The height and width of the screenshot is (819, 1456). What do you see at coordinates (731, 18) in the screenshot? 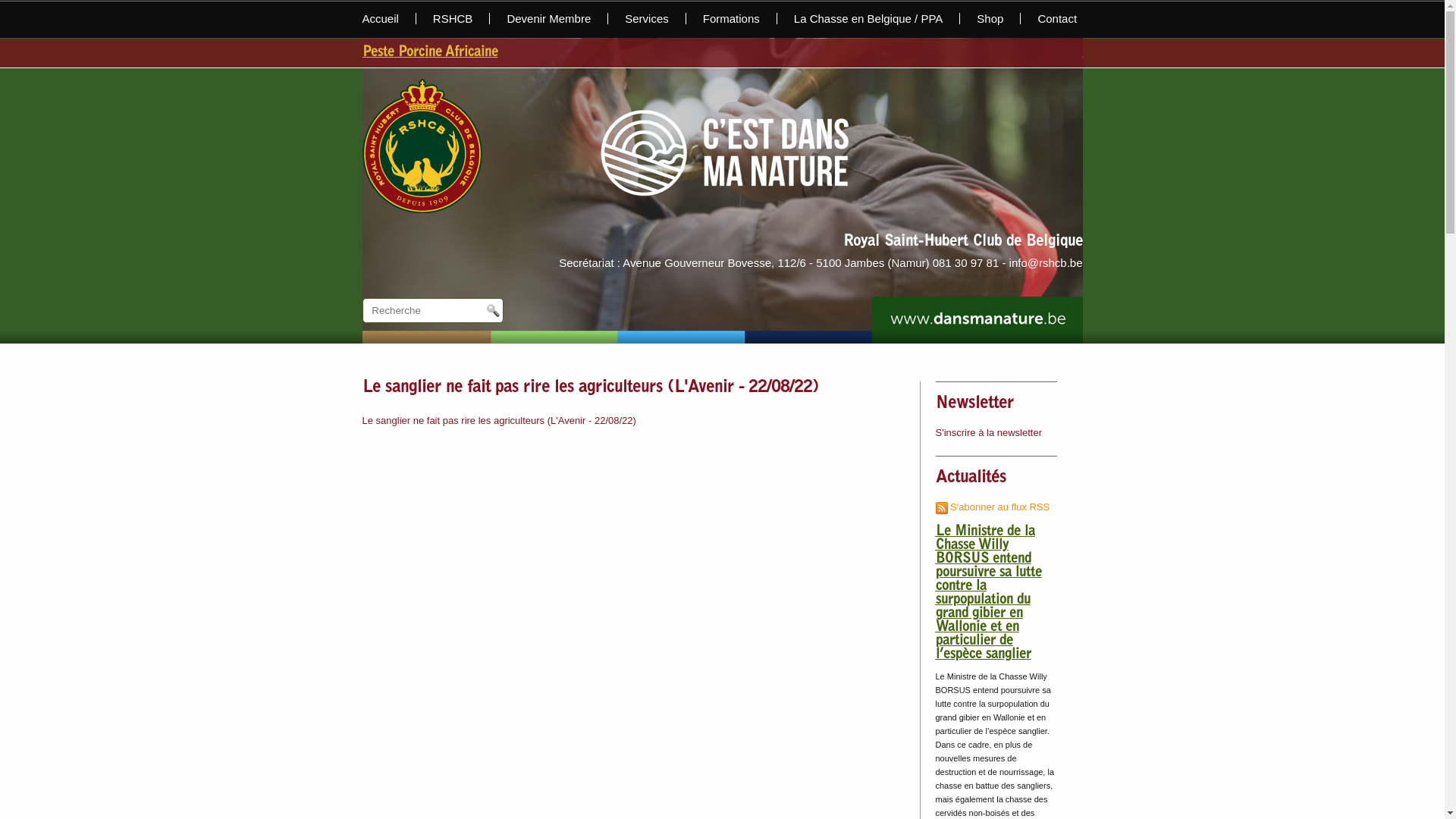
I see `'Formations'` at bounding box center [731, 18].